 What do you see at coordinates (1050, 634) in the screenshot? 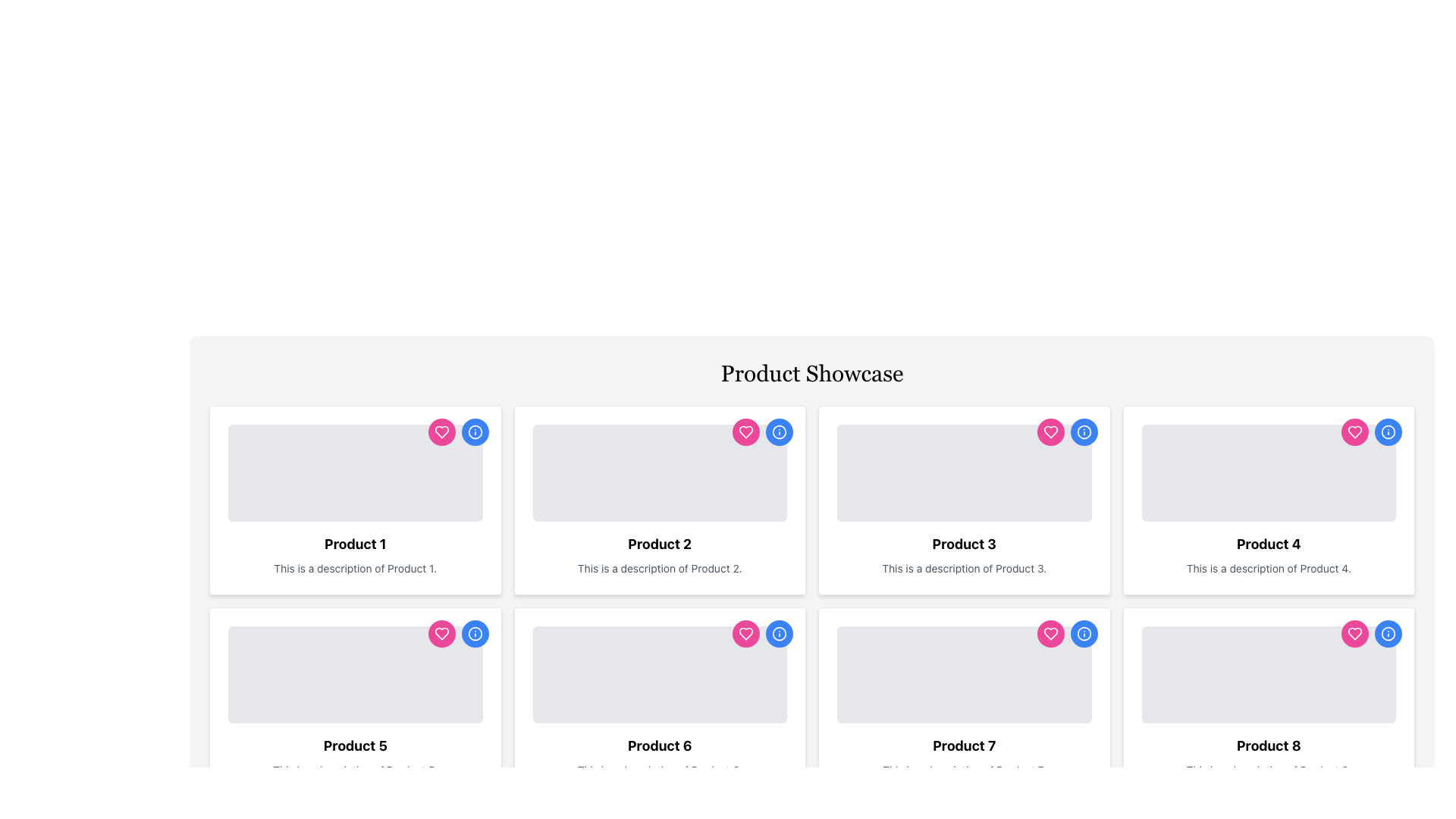
I see `the pink heart icon located at the top-right corner of the 'Product 3' card` at bounding box center [1050, 634].